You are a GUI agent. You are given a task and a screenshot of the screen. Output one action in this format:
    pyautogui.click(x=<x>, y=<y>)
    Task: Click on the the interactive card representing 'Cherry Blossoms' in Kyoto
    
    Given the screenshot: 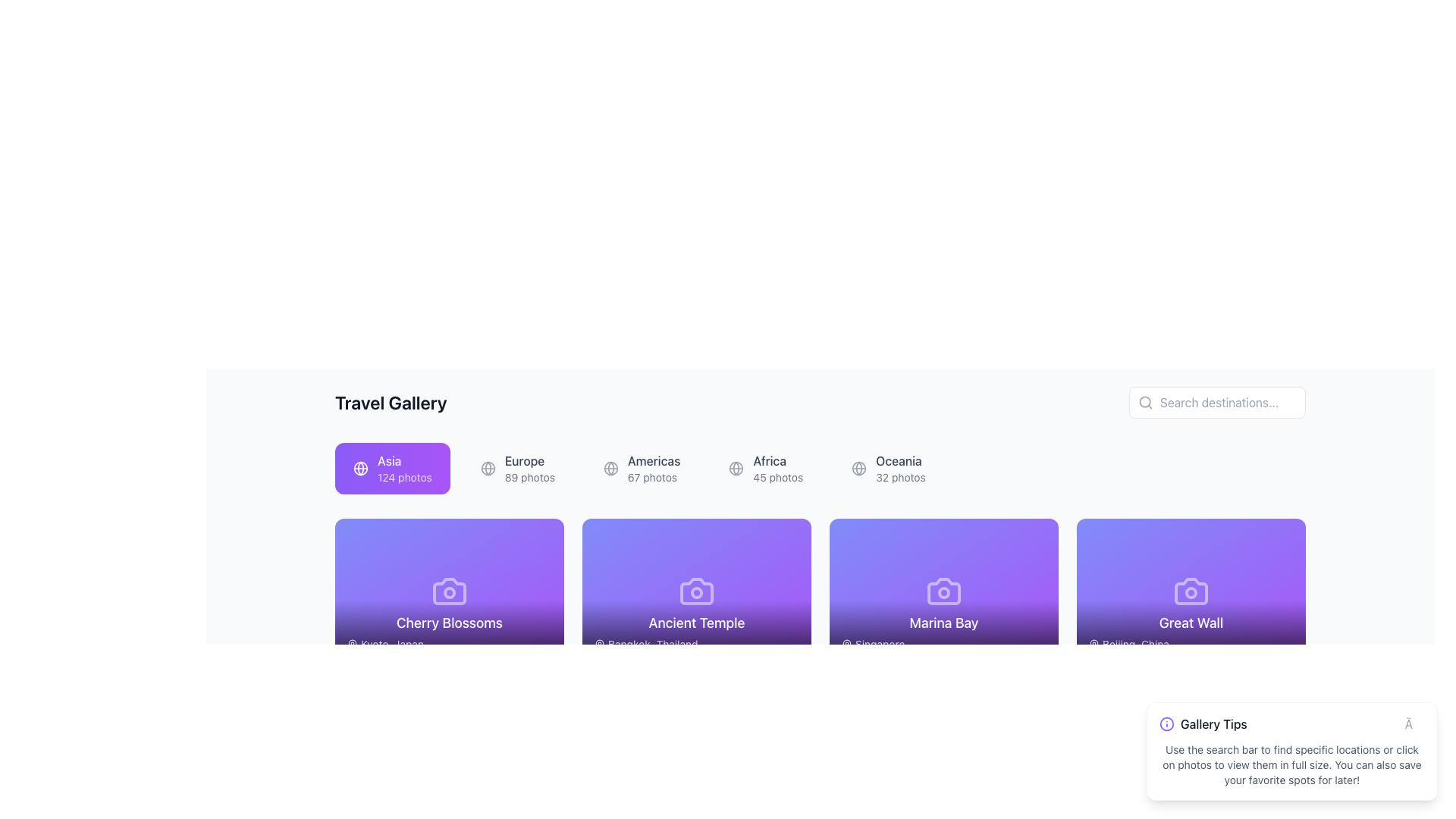 What is the action you would take?
    pyautogui.click(x=449, y=590)
    